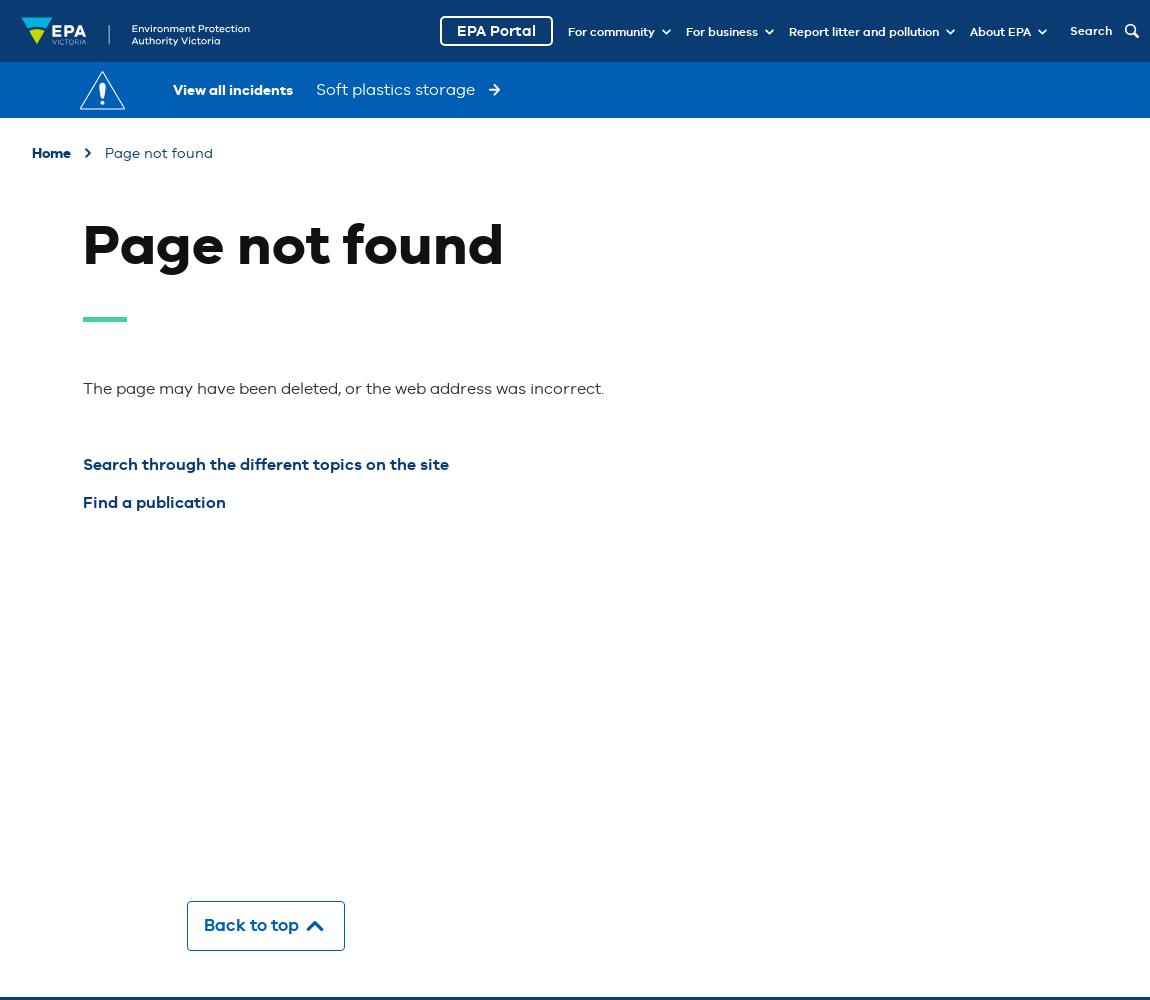 The height and width of the screenshot is (1000, 1150). I want to click on 'Home', so click(30, 153).